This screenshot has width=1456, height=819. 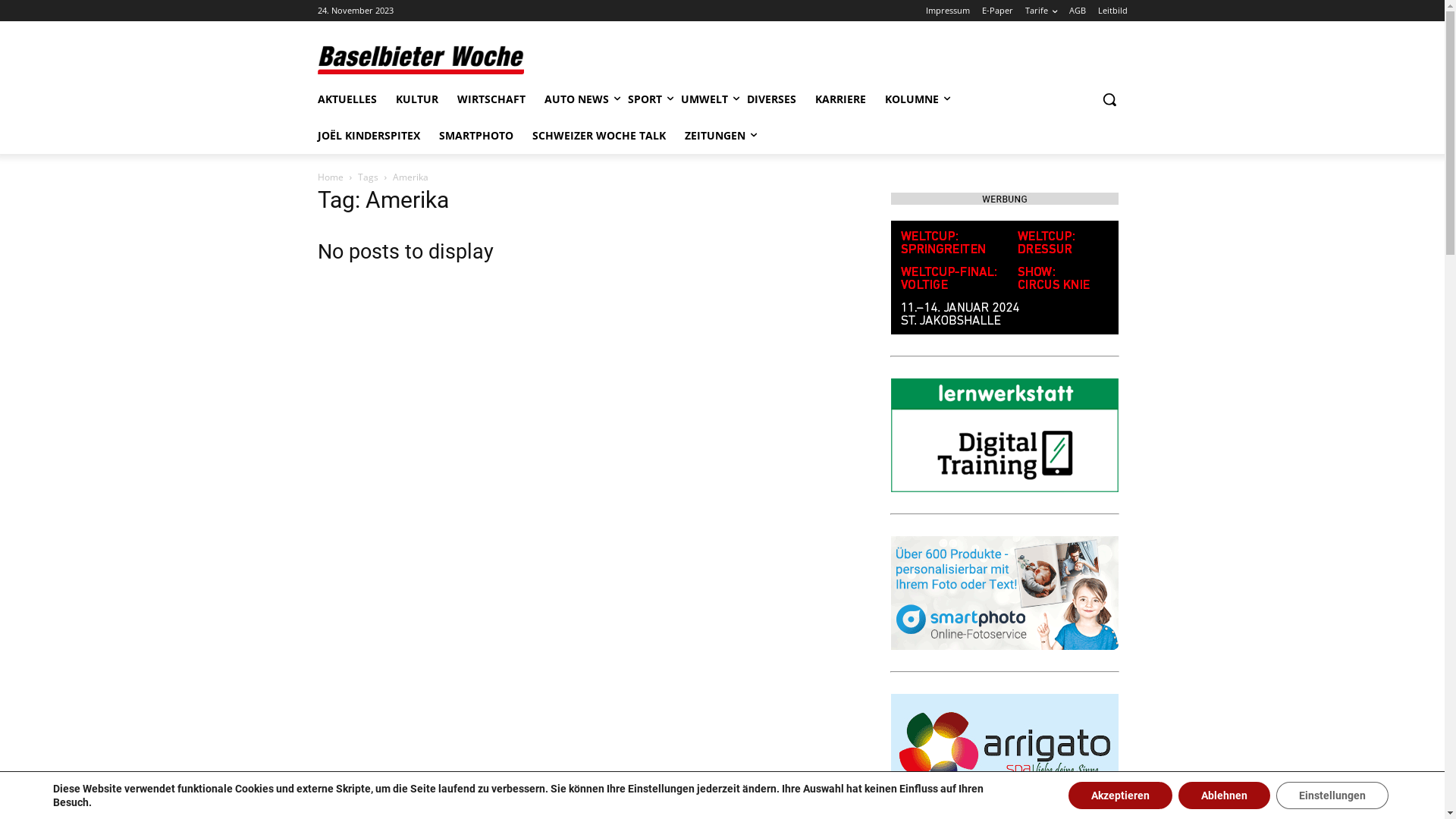 What do you see at coordinates (770, 99) in the screenshot?
I see `'DIVERSES'` at bounding box center [770, 99].